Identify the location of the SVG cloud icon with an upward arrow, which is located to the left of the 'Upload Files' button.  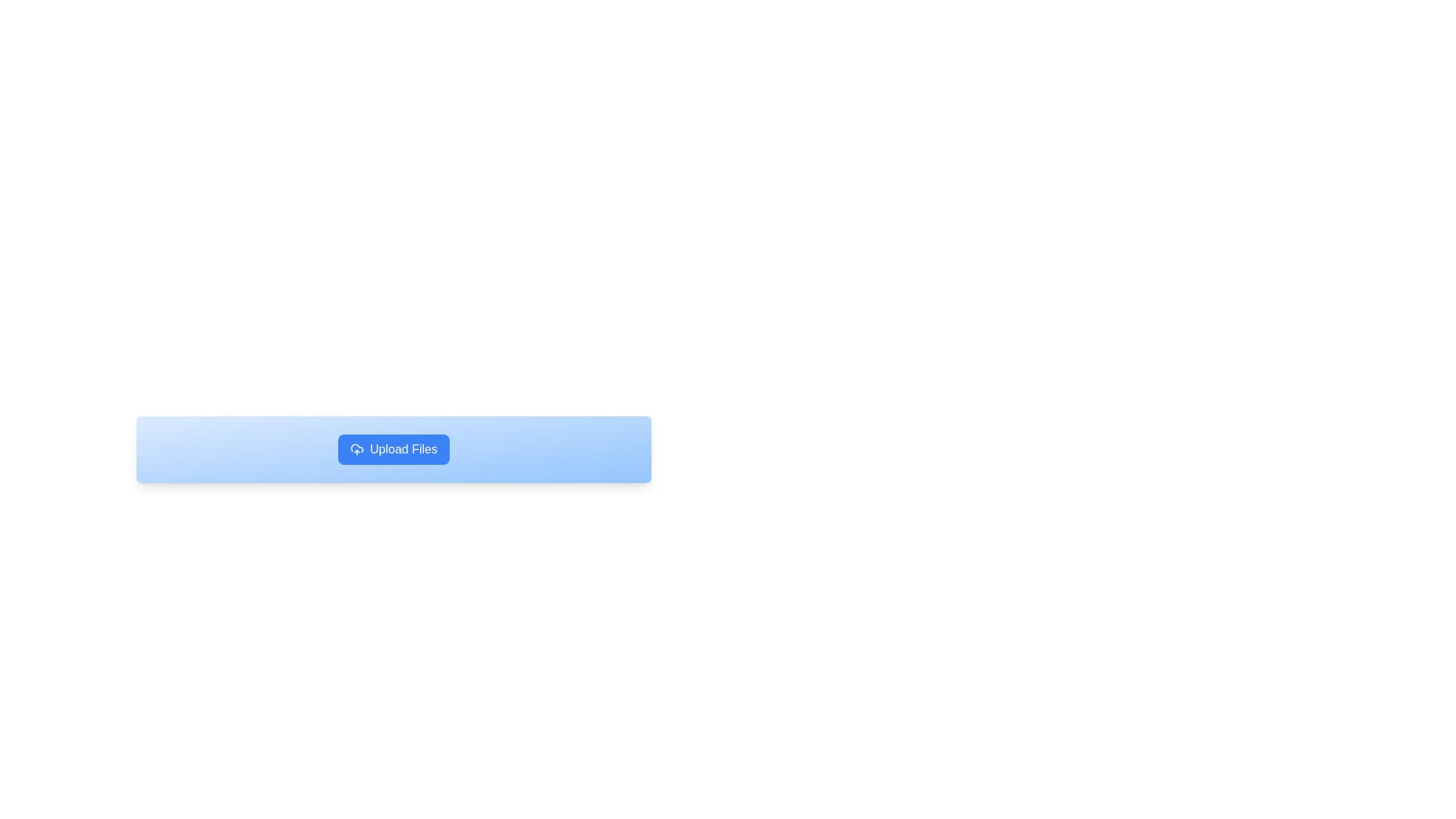
(356, 449).